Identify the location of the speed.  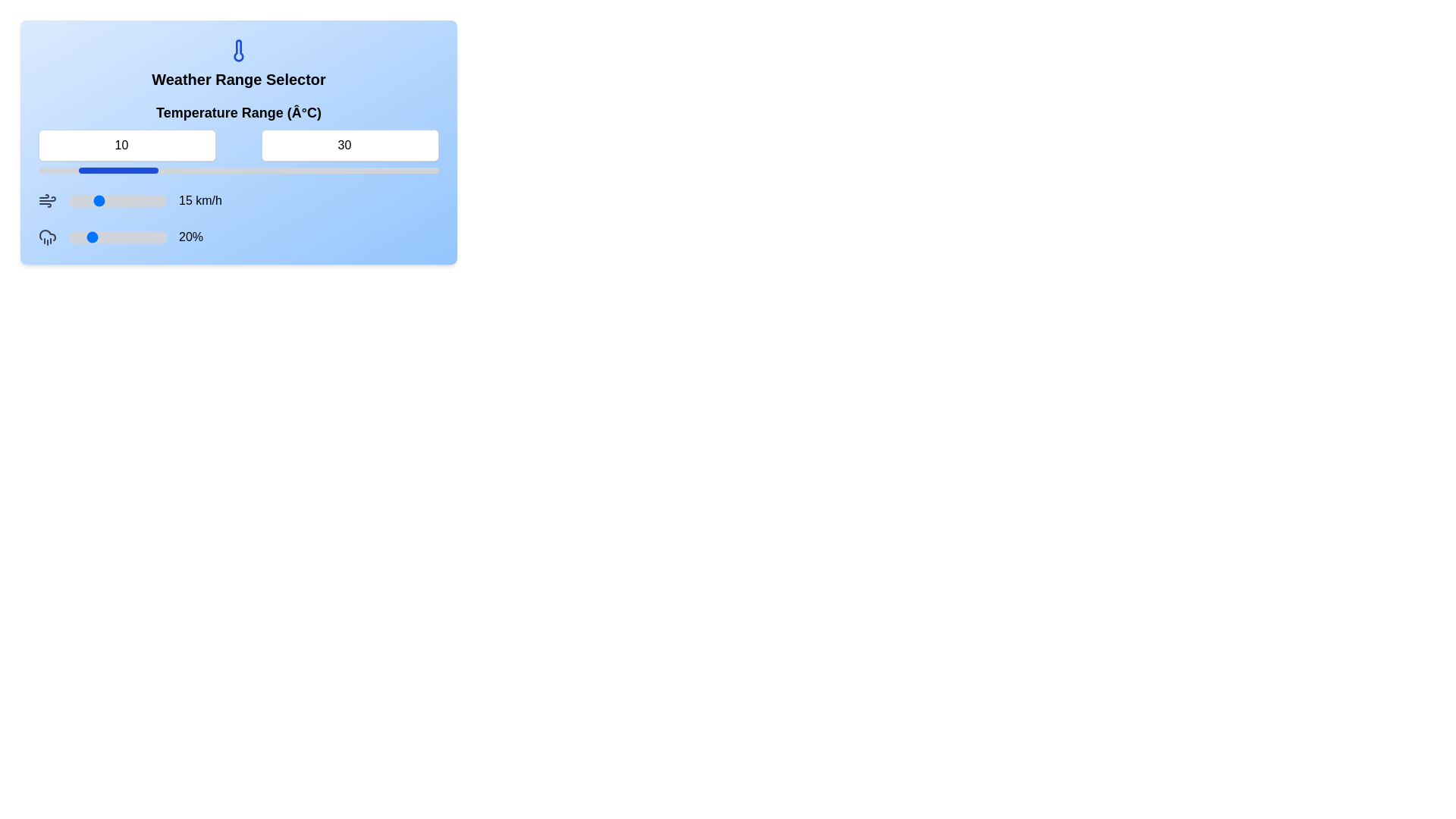
(92, 200).